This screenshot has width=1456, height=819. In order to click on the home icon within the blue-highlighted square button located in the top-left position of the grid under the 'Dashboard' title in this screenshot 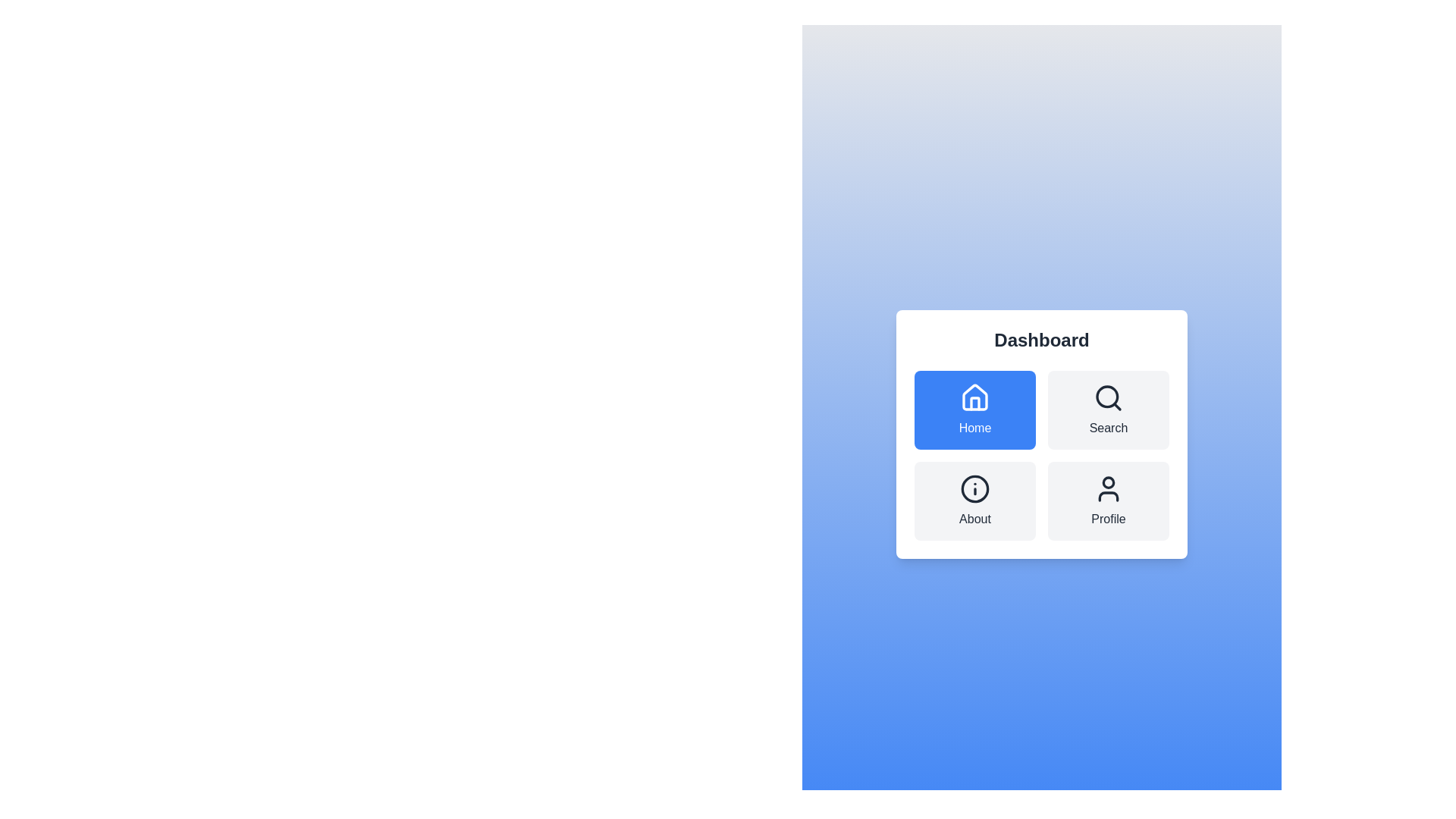, I will do `click(975, 403)`.